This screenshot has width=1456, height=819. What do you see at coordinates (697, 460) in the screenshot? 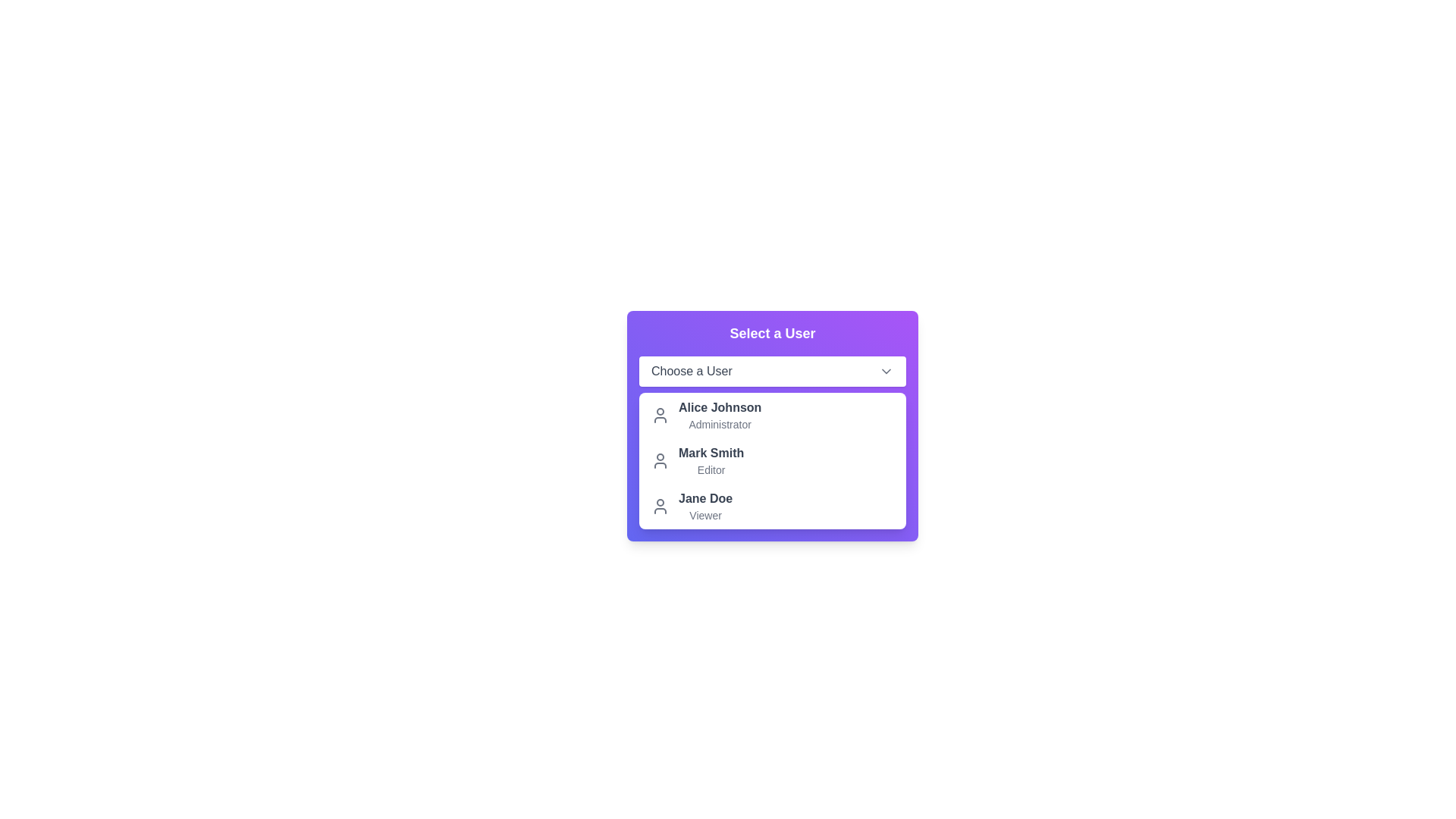
I see `the selectable user profile 'Mark Smith' in the dropdown menu` at bounding box center [697, 460].